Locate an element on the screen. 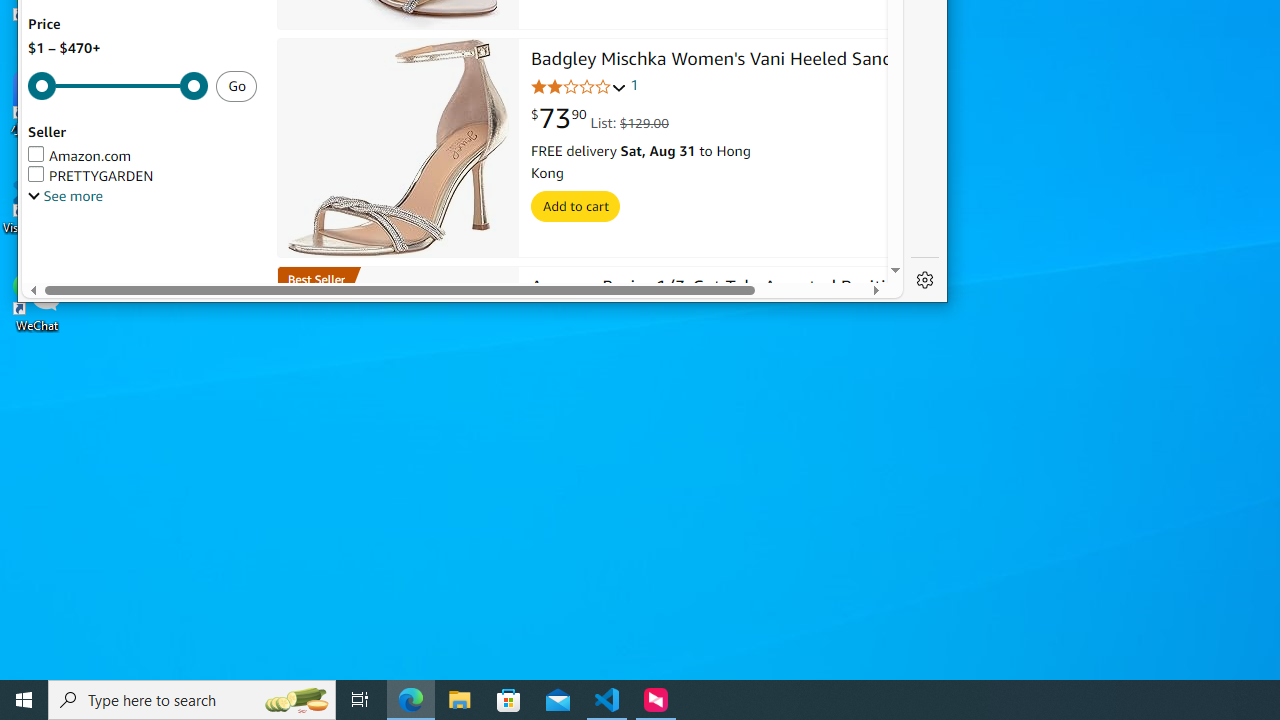 This screenshot has height=720, width=1280. 'Visual Studio Code - 1 running window' is located at coordinates (606, 698).